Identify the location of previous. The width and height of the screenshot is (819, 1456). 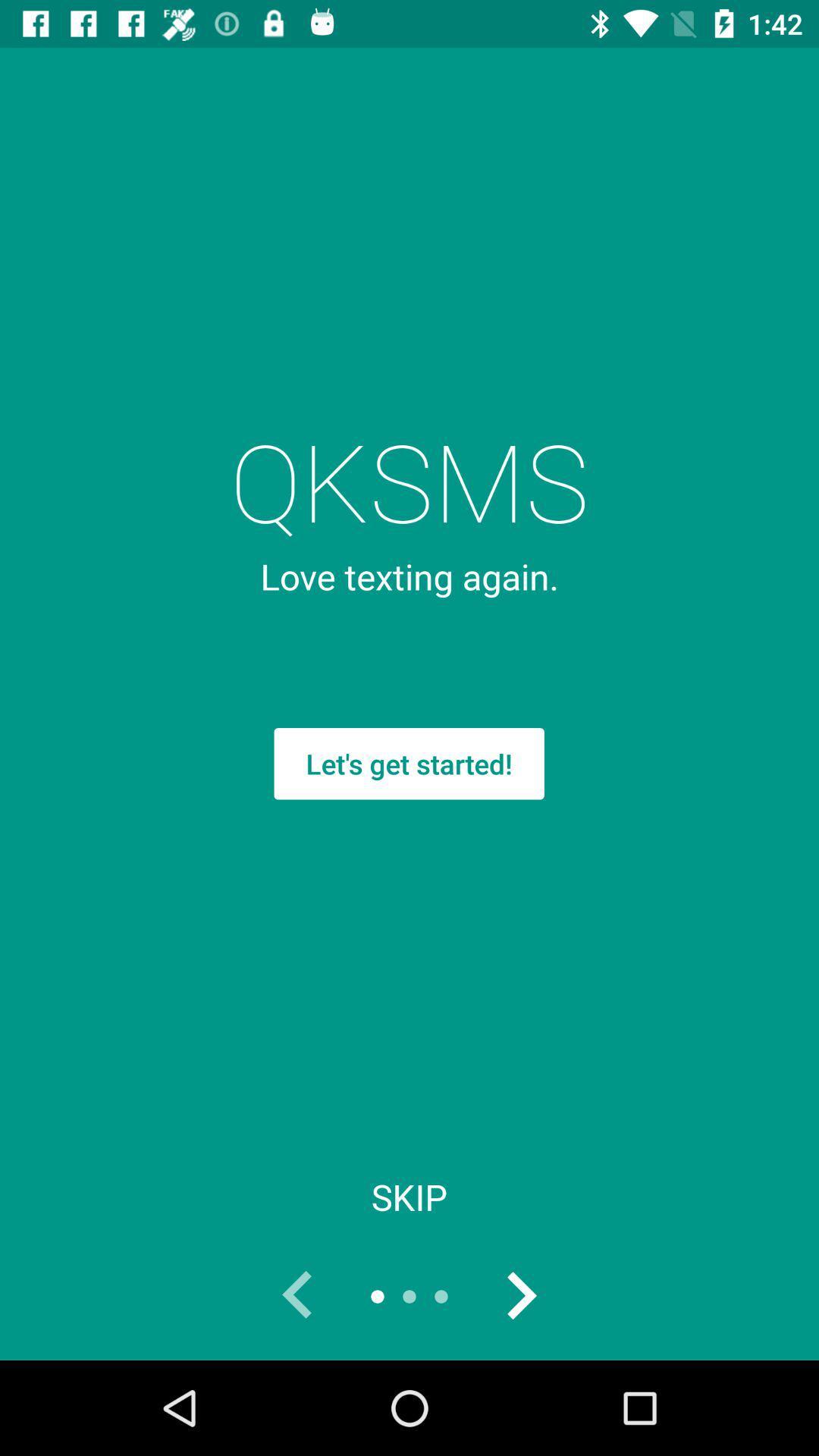
(298, 1295).